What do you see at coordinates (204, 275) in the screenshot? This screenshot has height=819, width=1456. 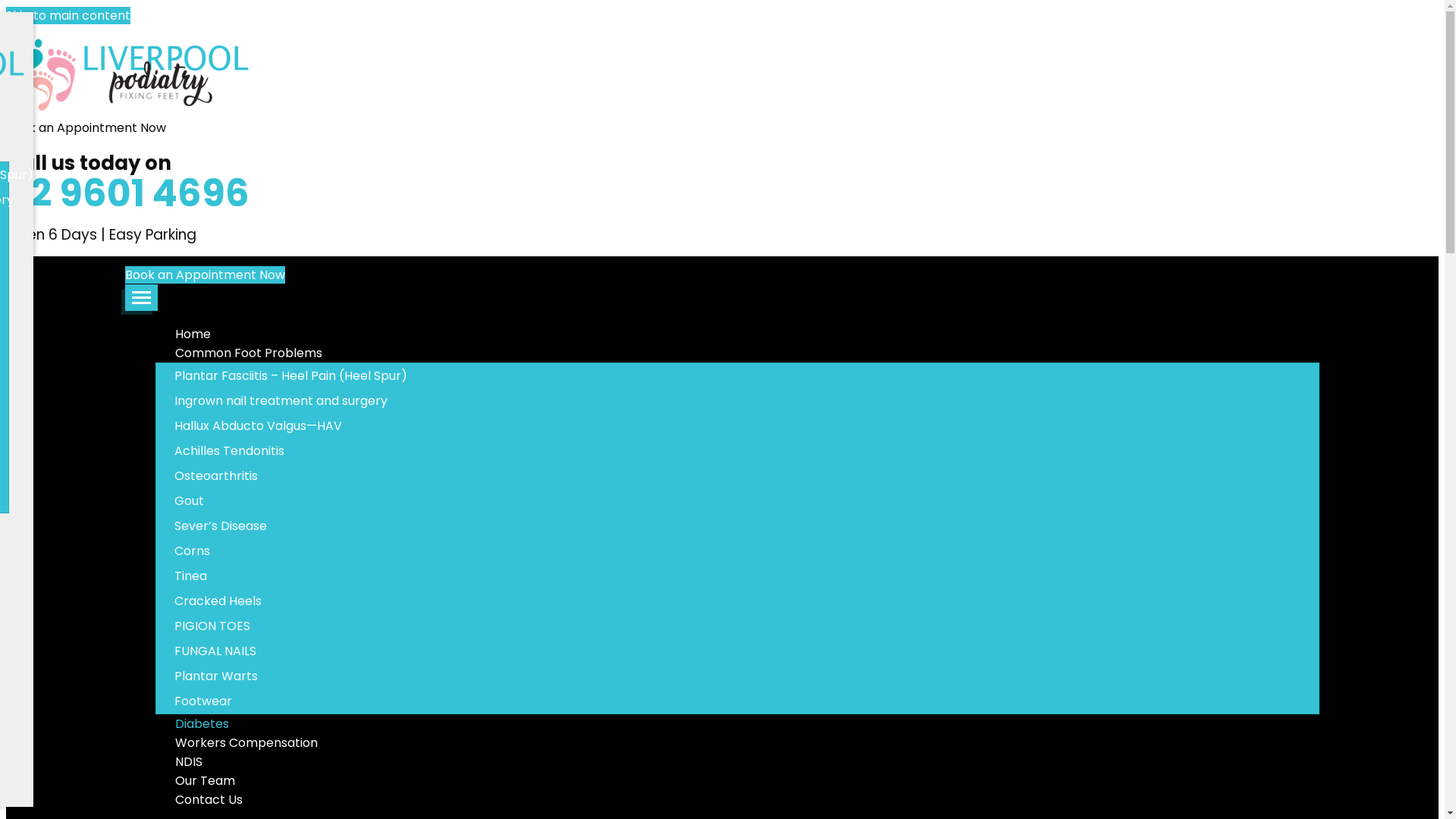 I see `'Book an Appointment Now'` at bounding box center [204, 275].